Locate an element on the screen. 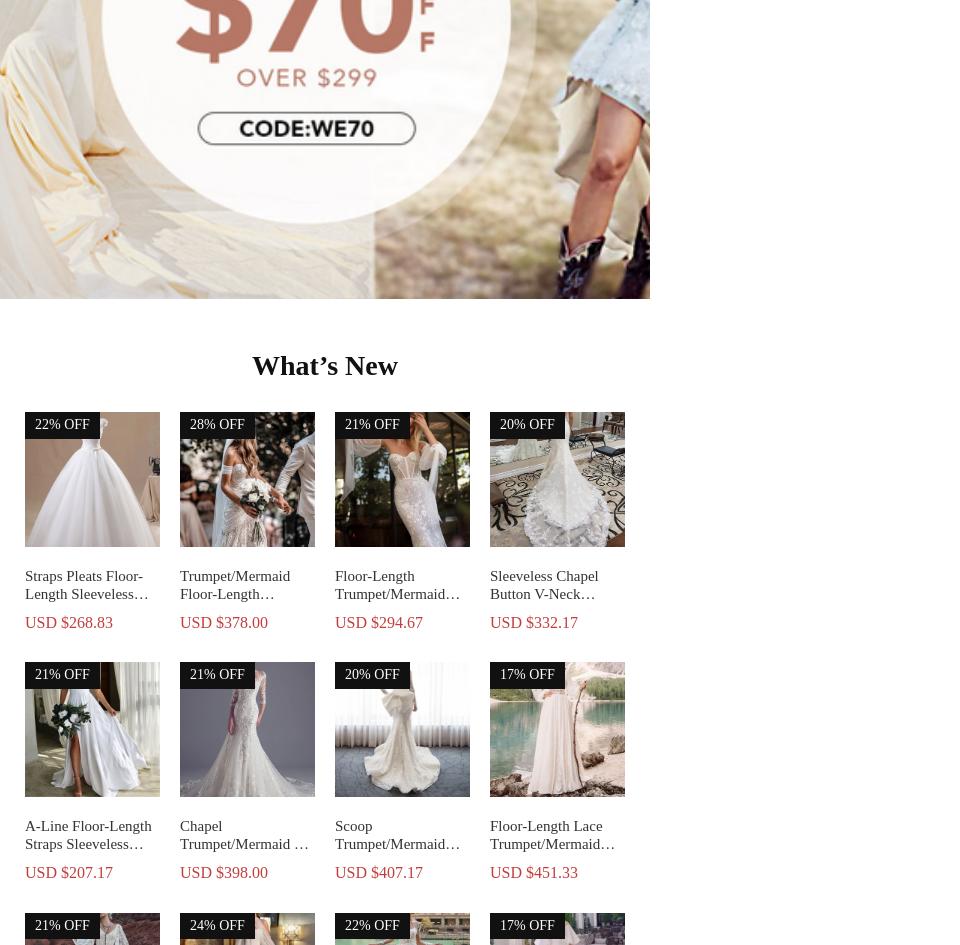 This screenshot has width=960, height=945. 'Sleeveless Chapel Button V-Neck Church Wedding Dress' is located at coordinates (544, 603).